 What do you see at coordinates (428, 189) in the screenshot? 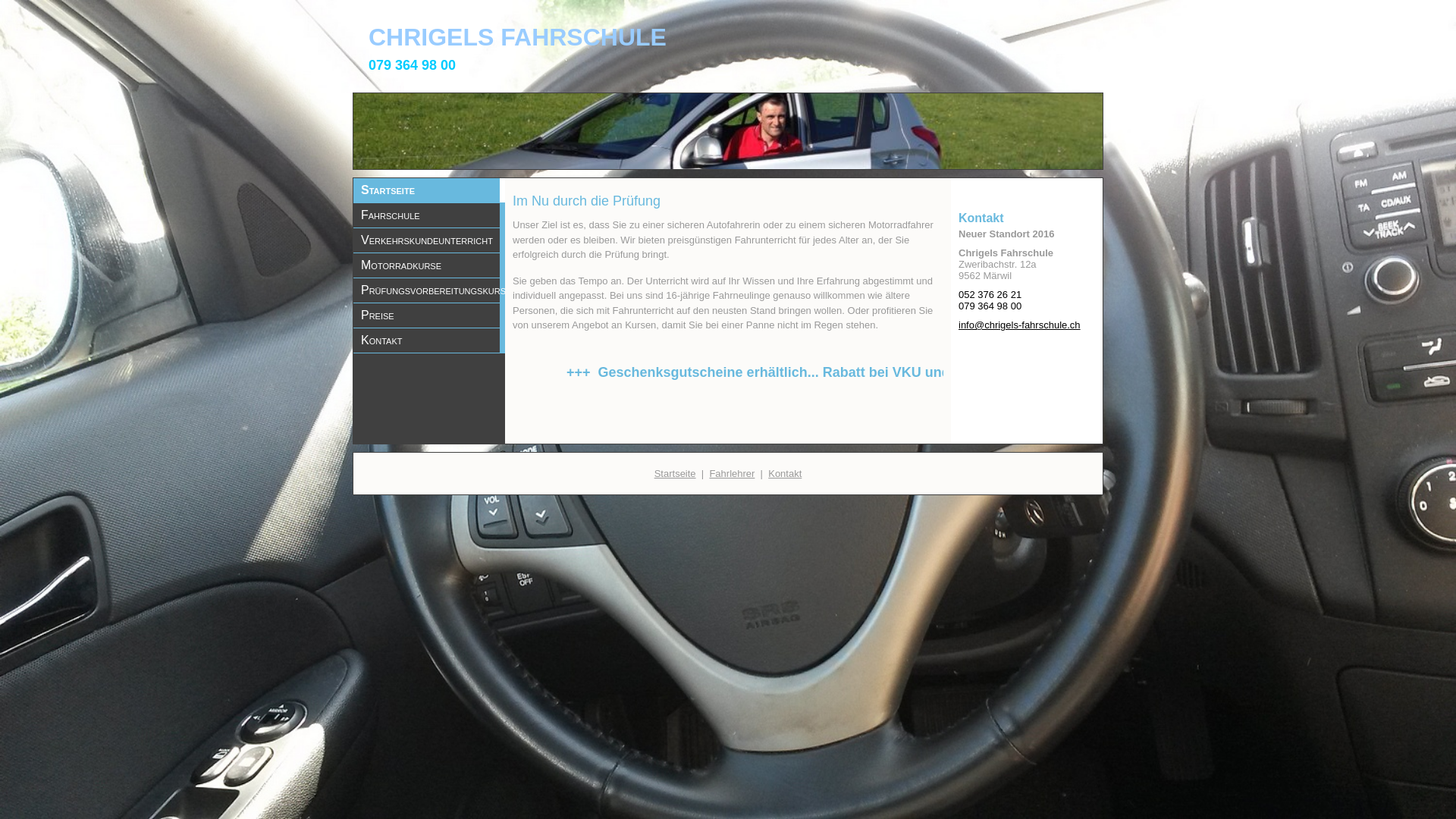
I see `'Startseite'` at bounding box center [428, 189].